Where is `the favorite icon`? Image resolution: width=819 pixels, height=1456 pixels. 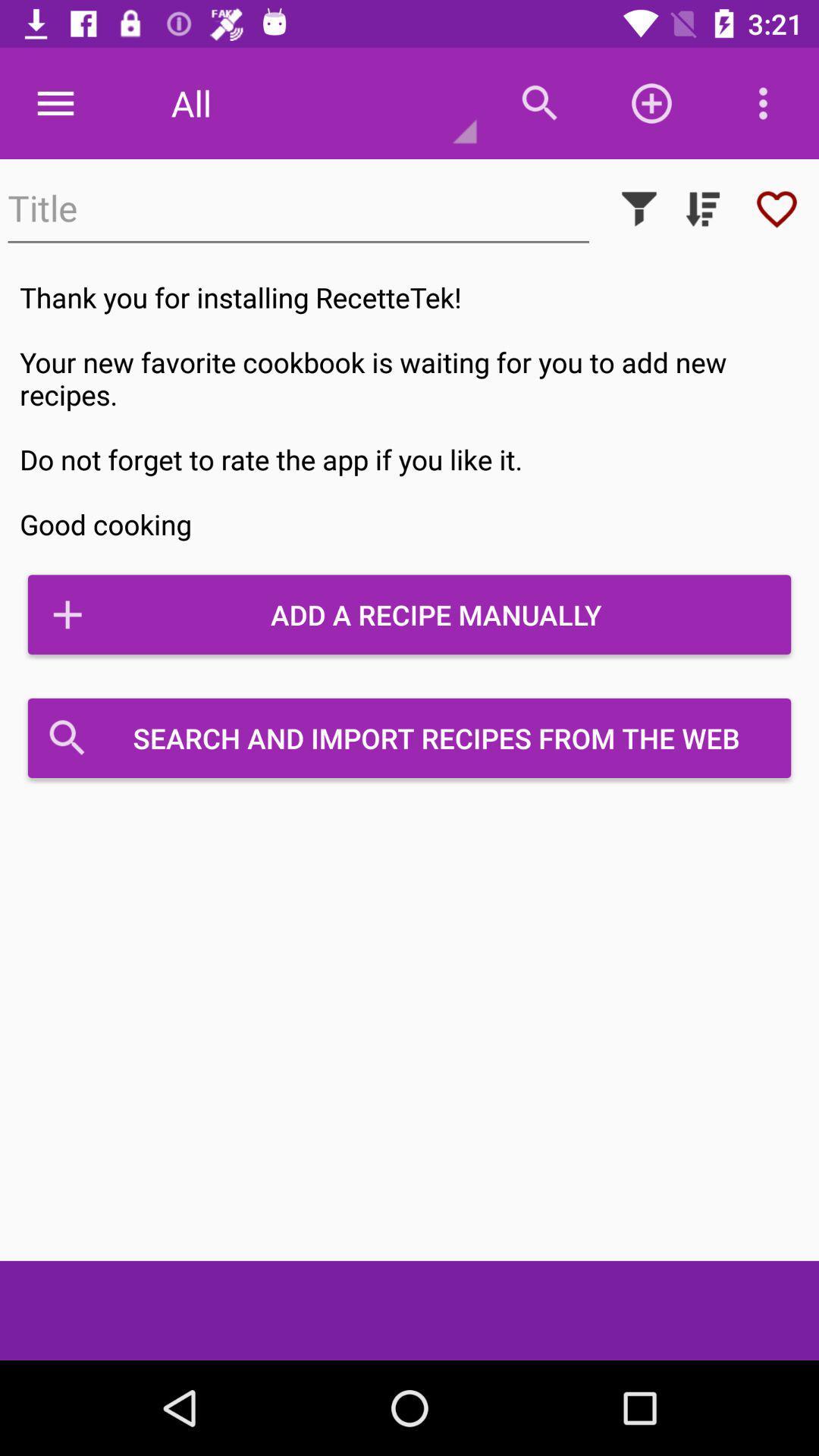
the favorite icon is located at coordinates (777, 208).